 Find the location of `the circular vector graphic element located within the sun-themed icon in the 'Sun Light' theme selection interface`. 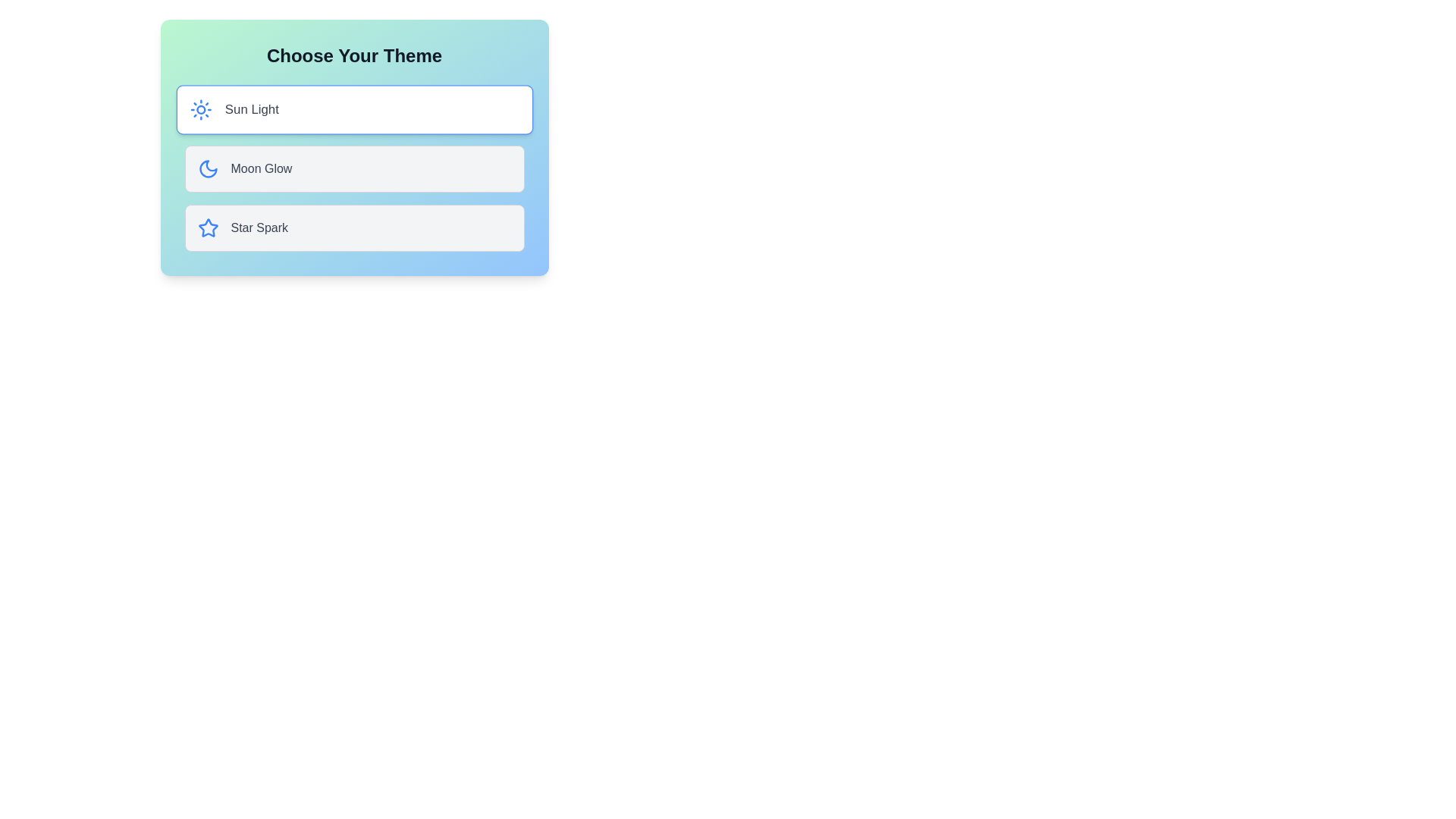

the circular vector graphic element located within the sun-themed icon in the 'Sun Light' theme selection interface is located at coordinates (199, 109).